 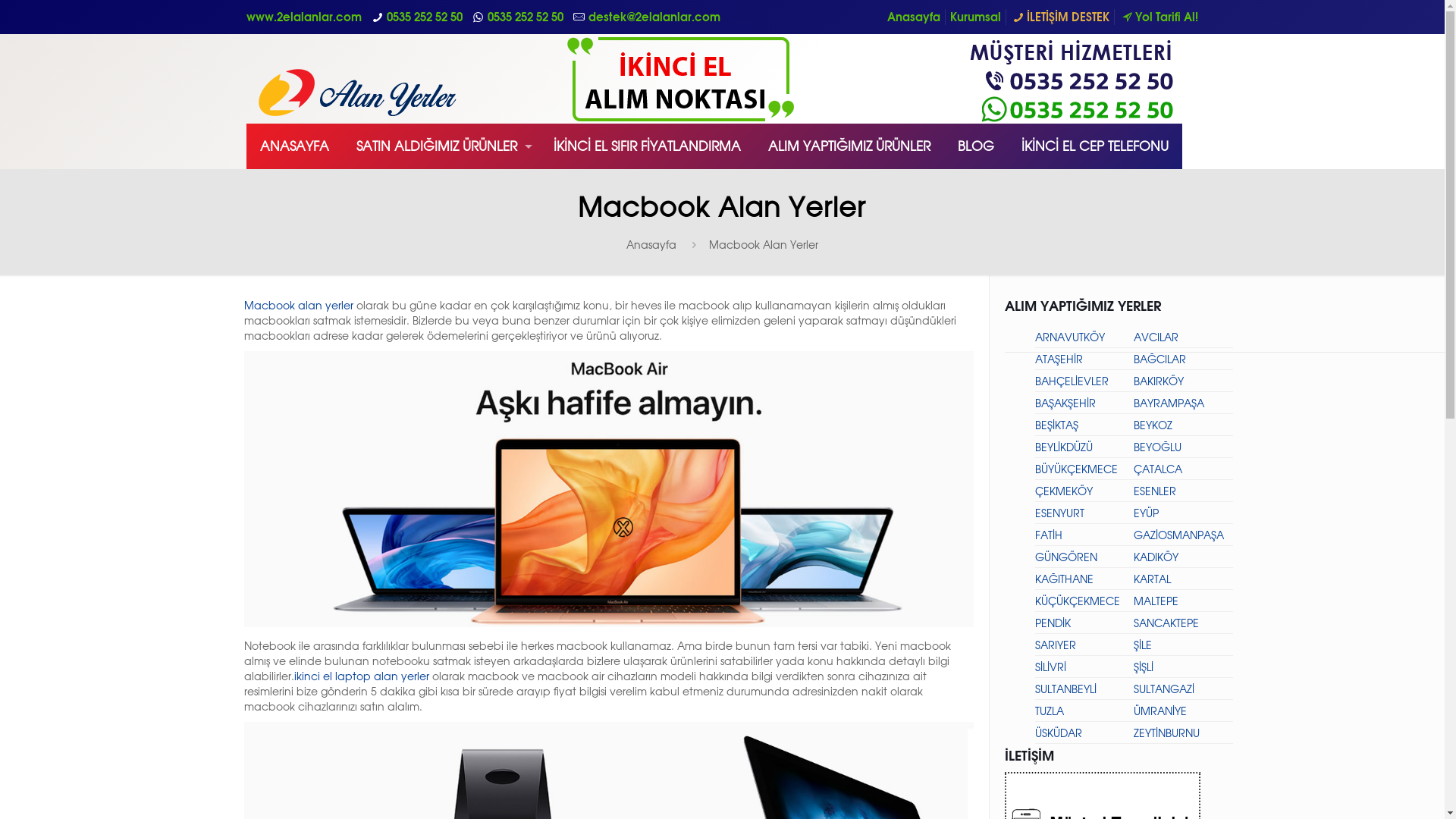 What do you see at coordinates (1033, 645) in the screenshot?
I see `'SARIYER'` at bounding box center [1033, 645].